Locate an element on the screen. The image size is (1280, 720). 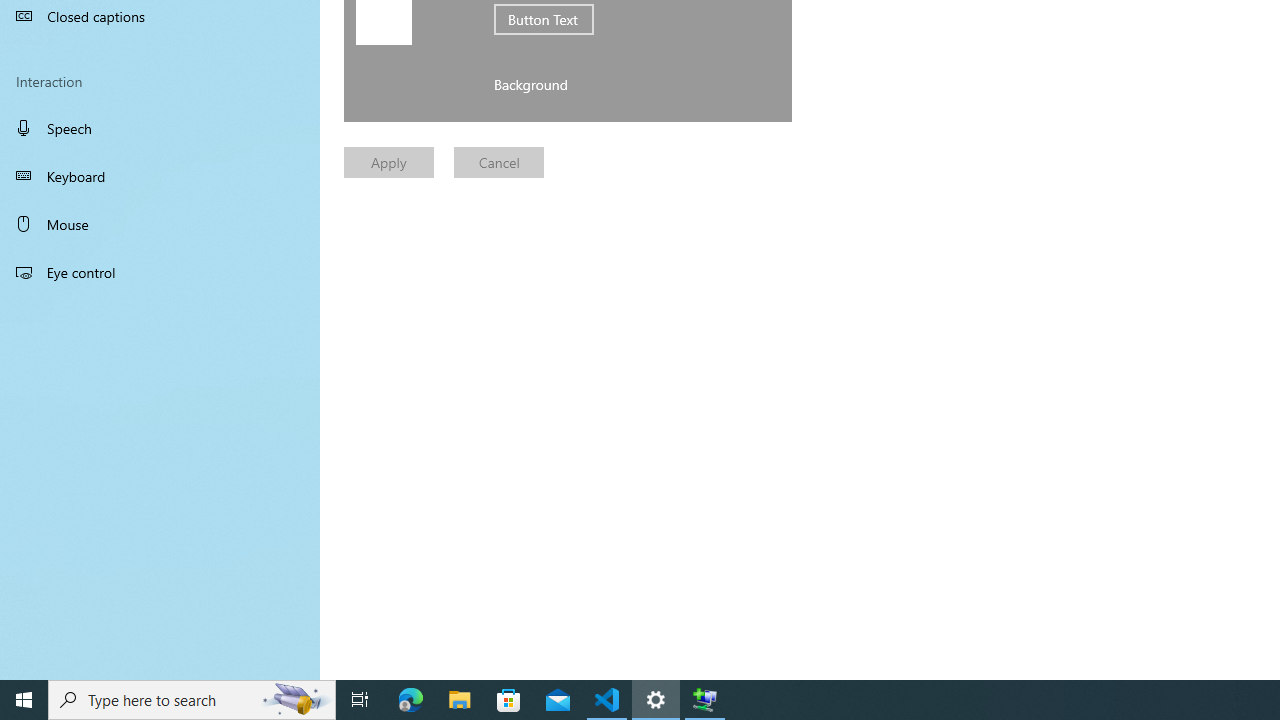
'Search highlights icon opens search home window' is located at coordinates (294, 698).